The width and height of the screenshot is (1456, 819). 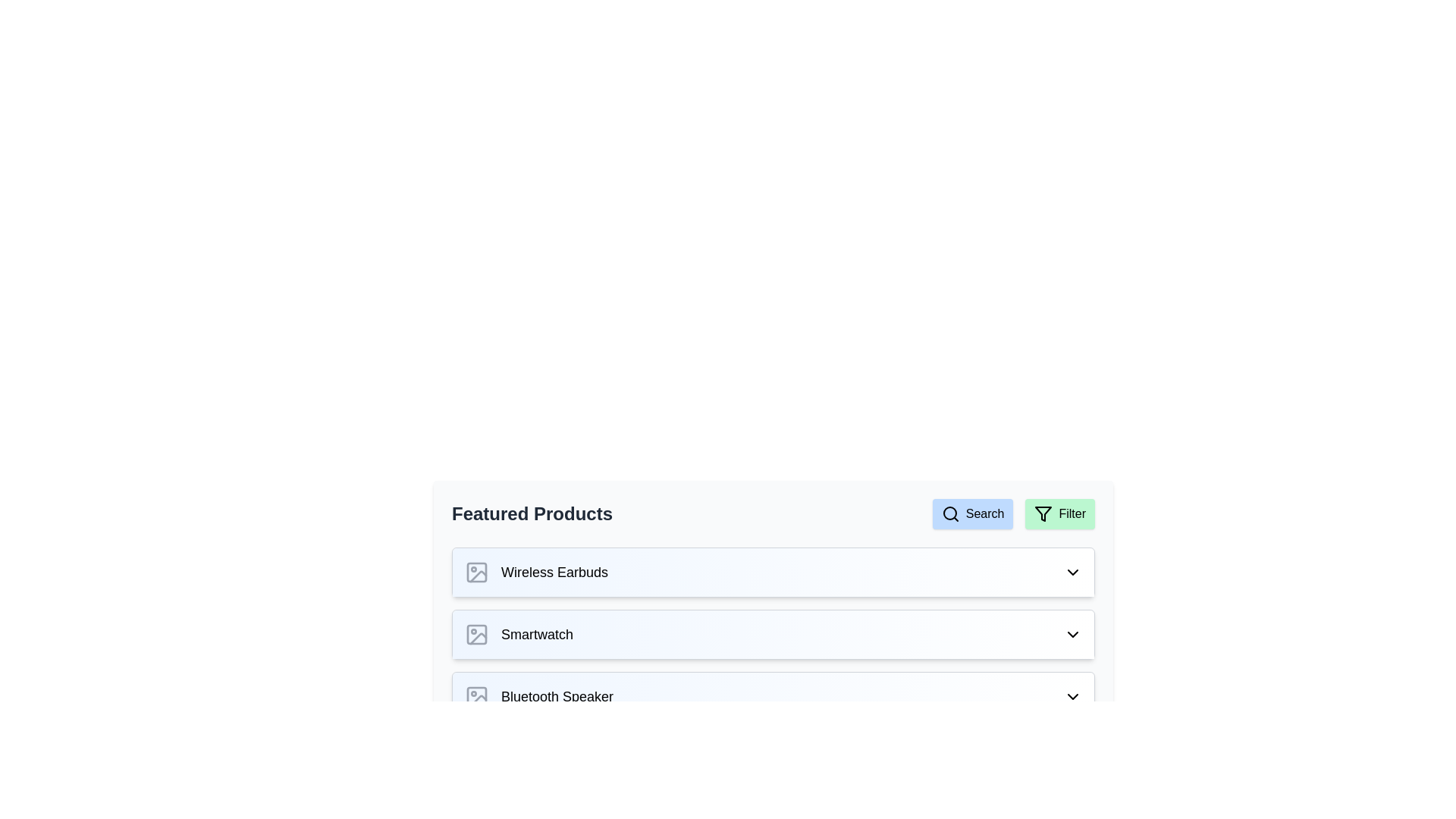 What do you see at coordinates (1072, 573) in the screenshot?
I see `the downward-pointing chevron icon at the far-right end of the row containing 'Wireless Earbuds'` at bounding box center [1072, 573].